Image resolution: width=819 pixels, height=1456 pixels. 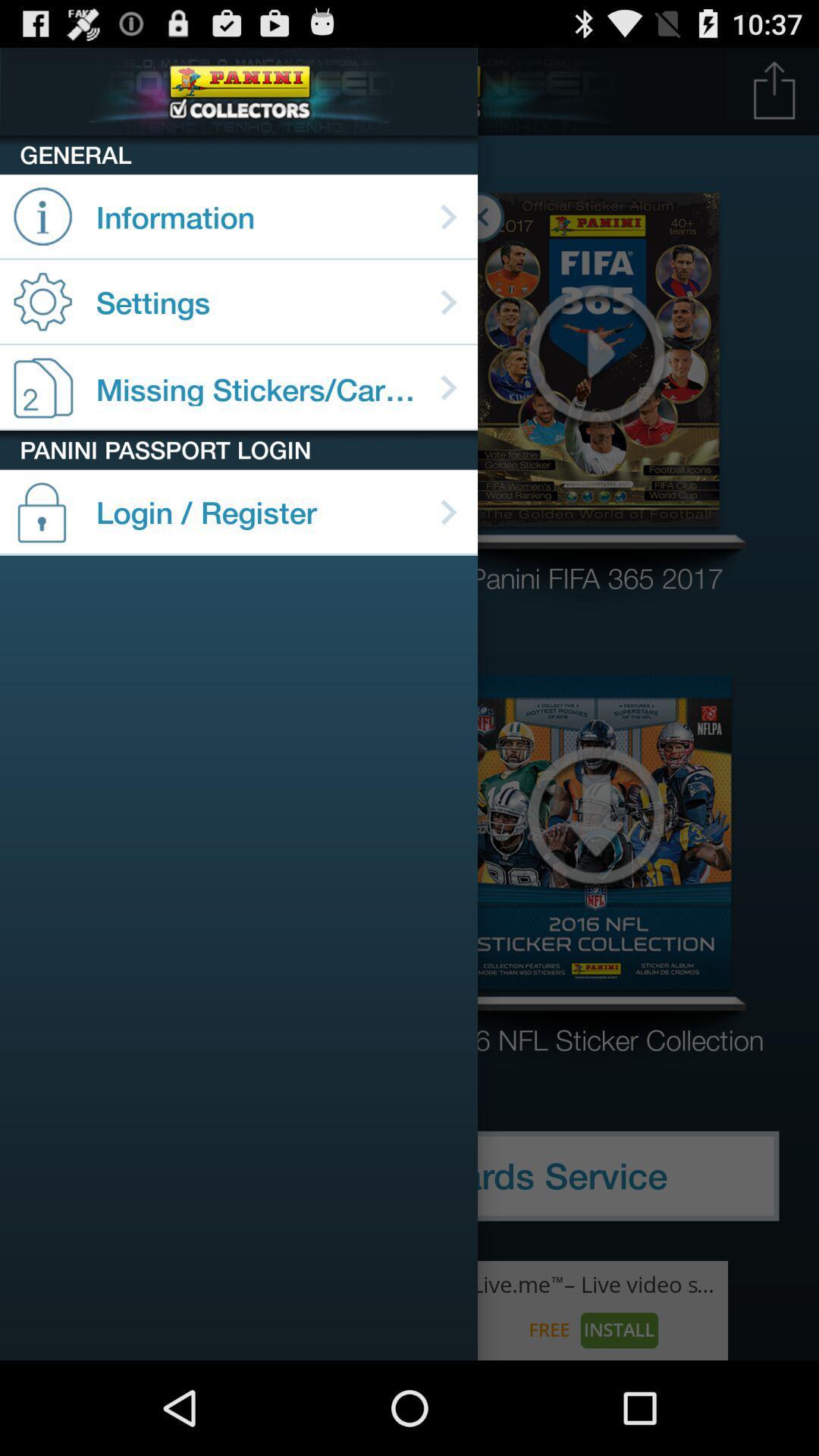 What do you see at coordinates (595, 376) in the screenshot?
I see `the play icon` at bounding box center [595, 376].